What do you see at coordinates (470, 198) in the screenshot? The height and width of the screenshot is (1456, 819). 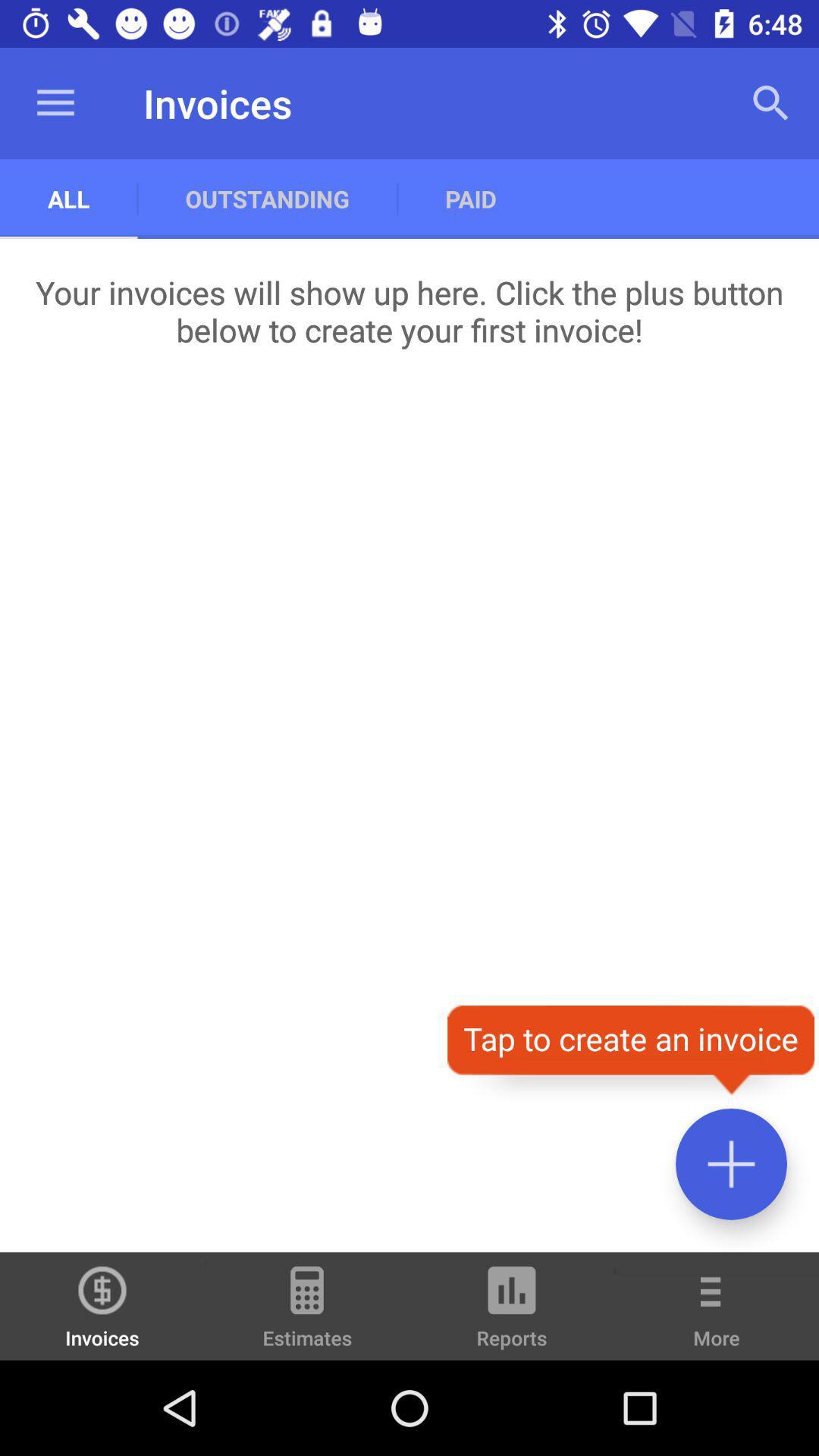 I see `paid item` at bounding box center [470, 198].